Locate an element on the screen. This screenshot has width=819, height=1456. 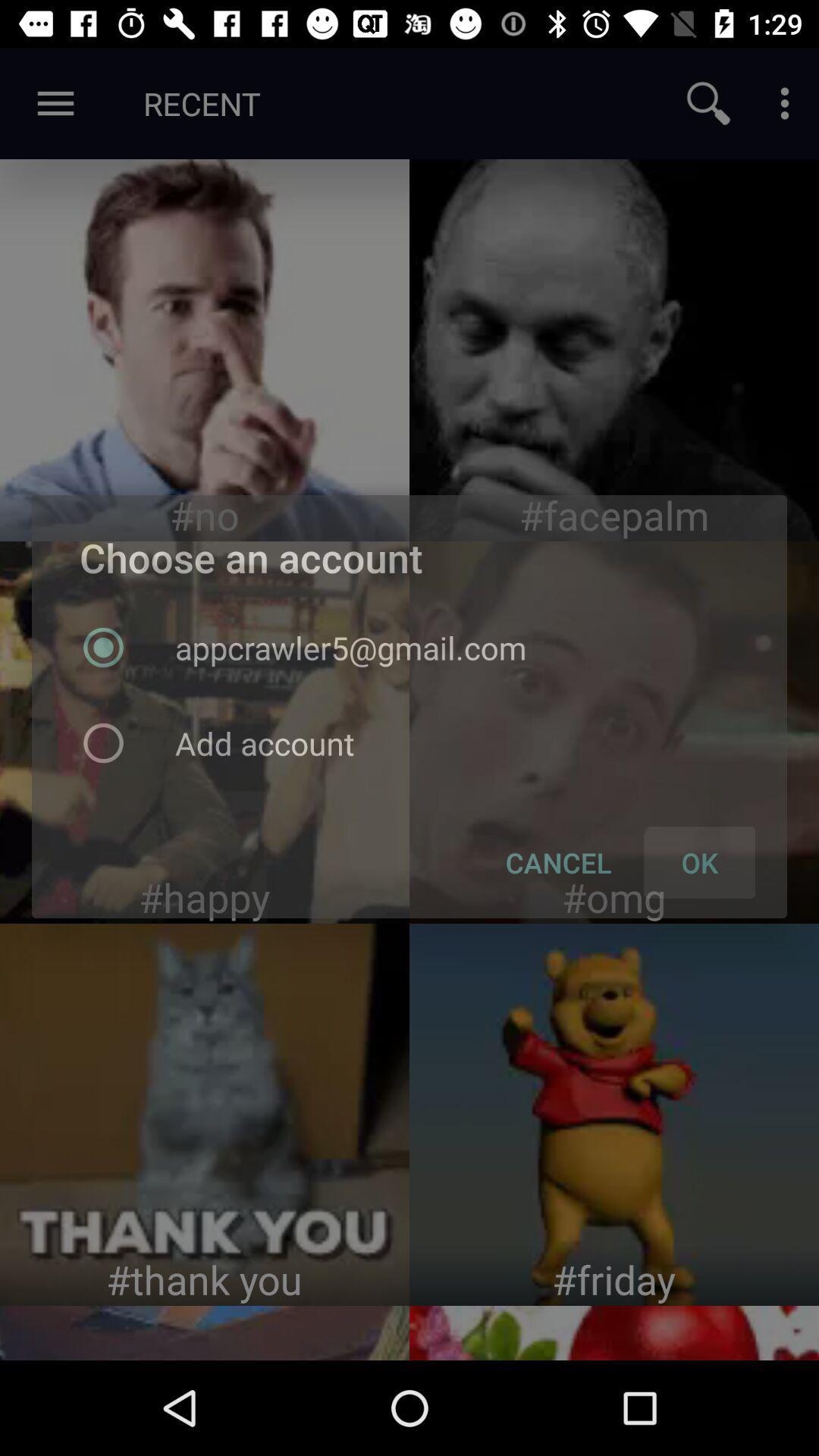
change zoom level is located at coordinates (708, 102).